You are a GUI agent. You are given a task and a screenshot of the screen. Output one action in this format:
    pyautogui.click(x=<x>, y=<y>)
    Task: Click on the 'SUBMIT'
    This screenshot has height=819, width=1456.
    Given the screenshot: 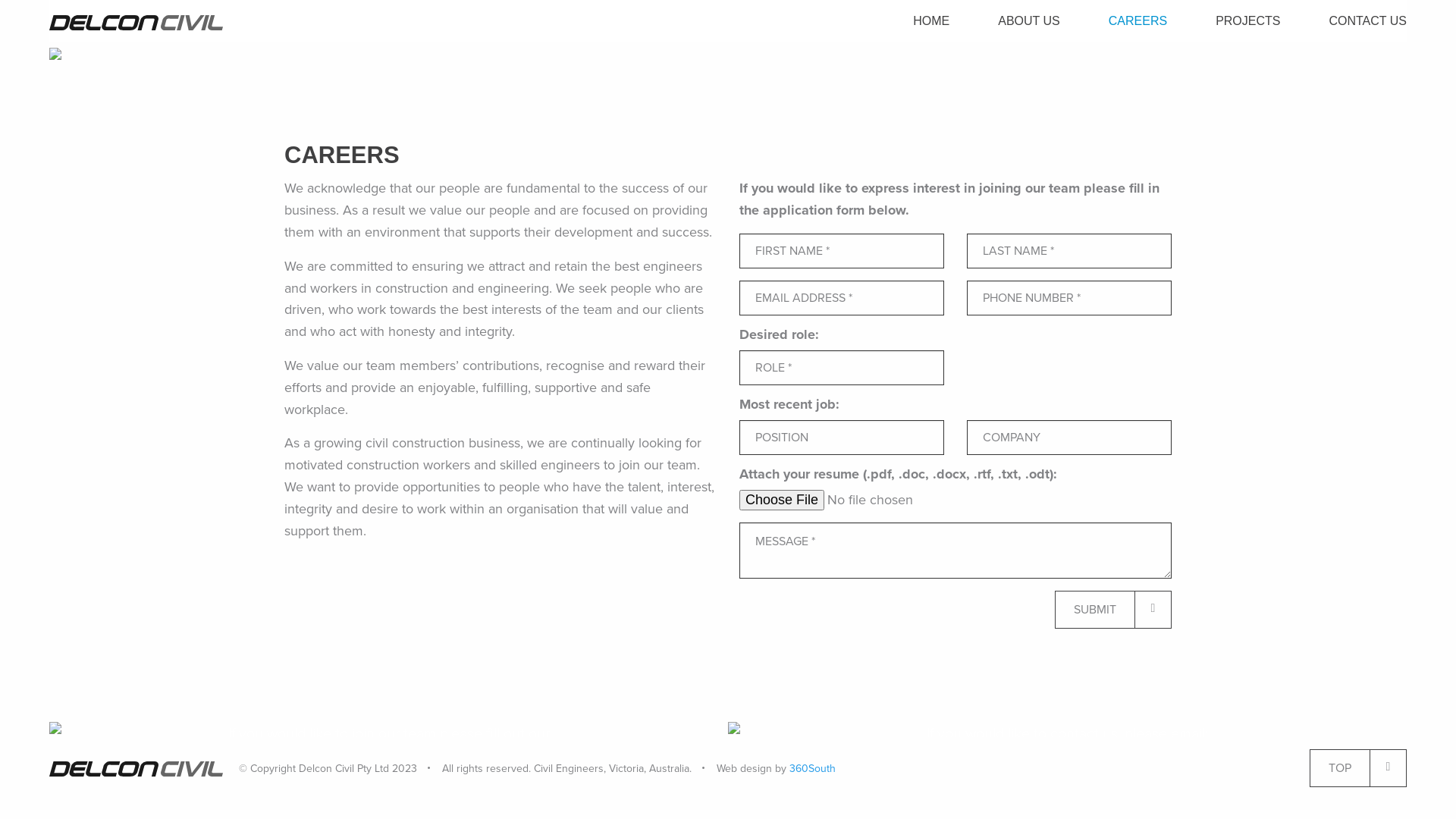 What is the action you would take?
    pyautogui.click(x=1113, y=608)
    